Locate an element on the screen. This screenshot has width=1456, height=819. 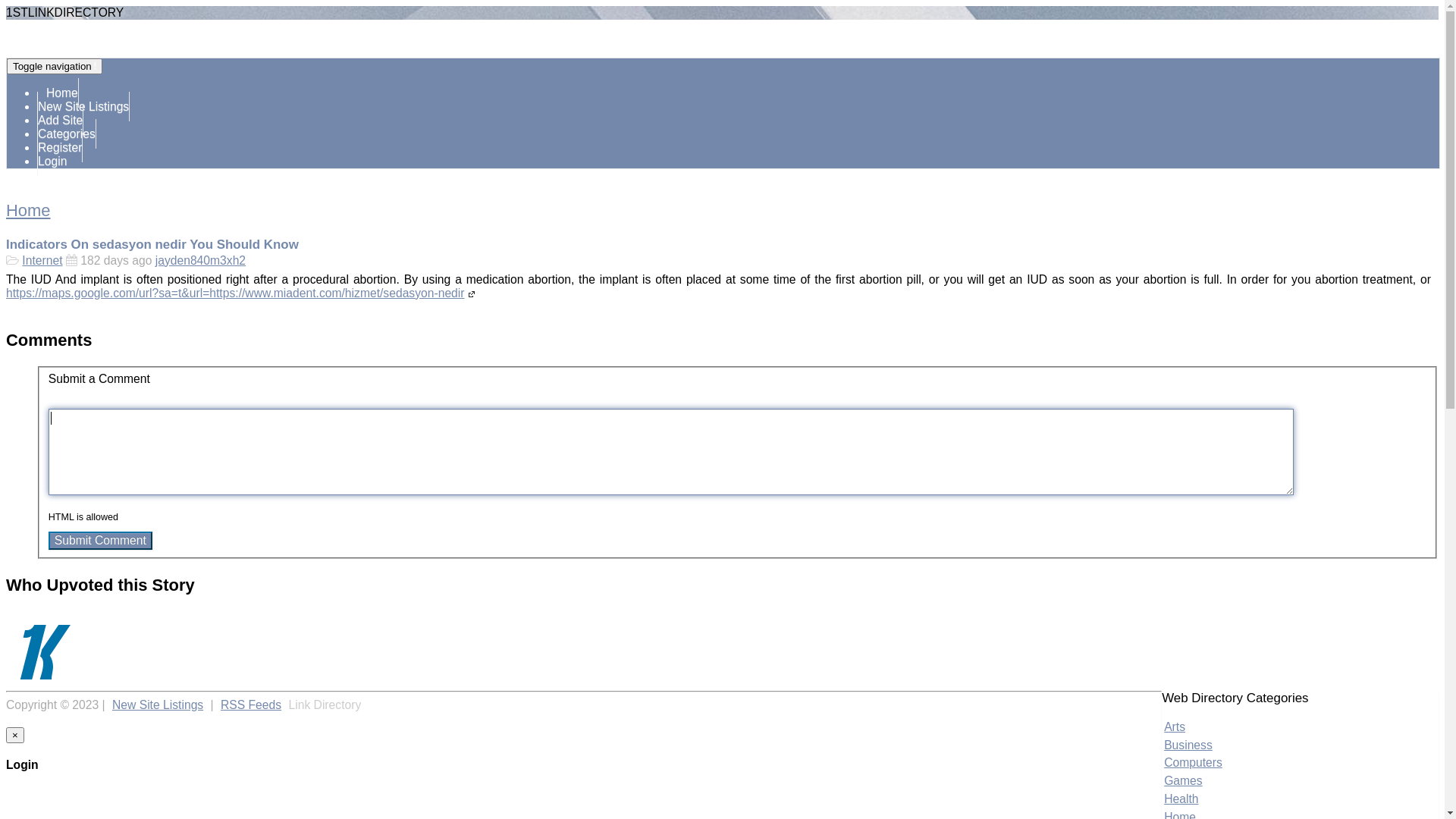
'Categories' is located at coordinates (65, 133).